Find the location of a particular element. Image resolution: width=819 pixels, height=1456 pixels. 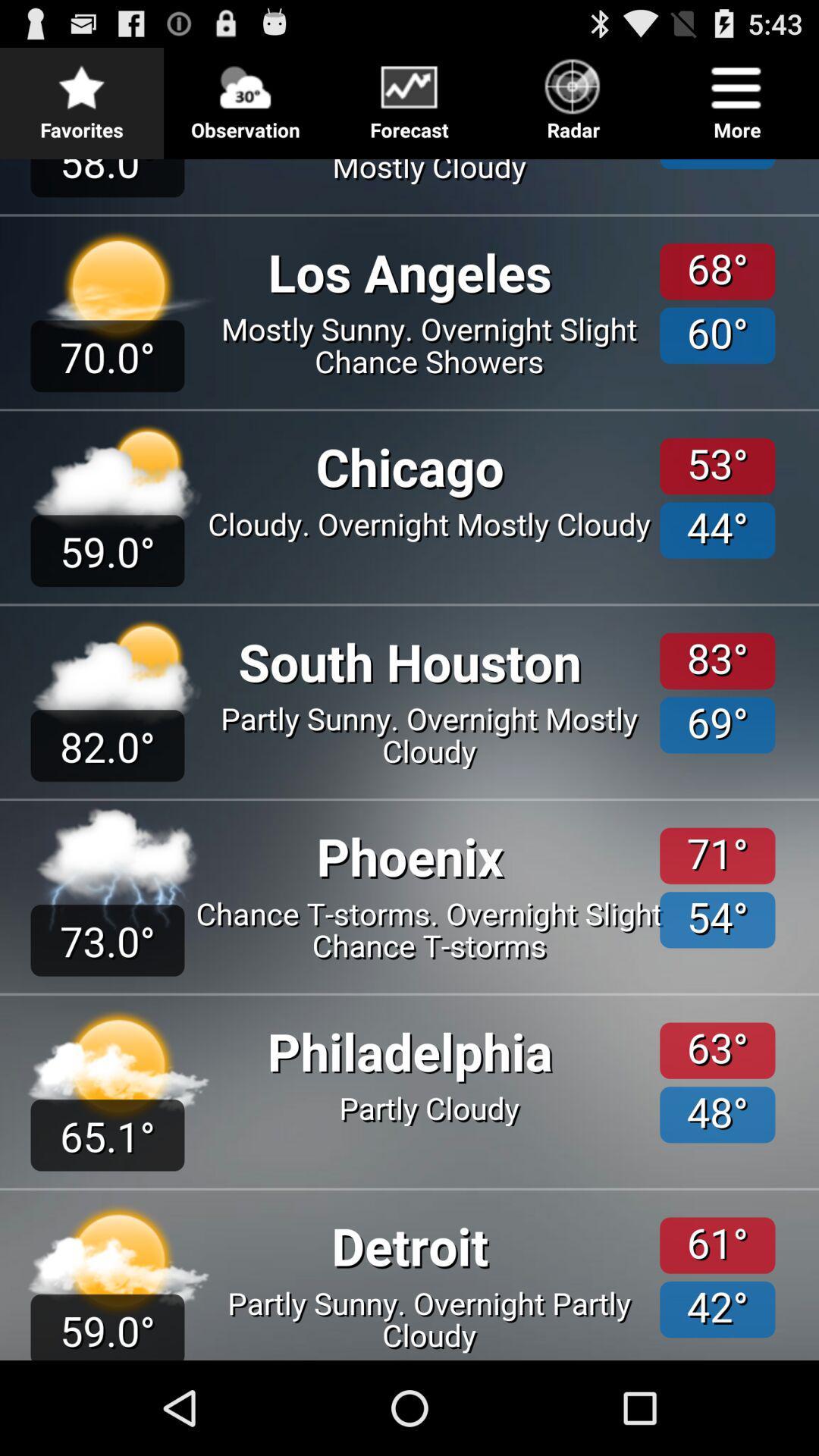

the item to the right of the radar icon is located at coordinates (736, 94).